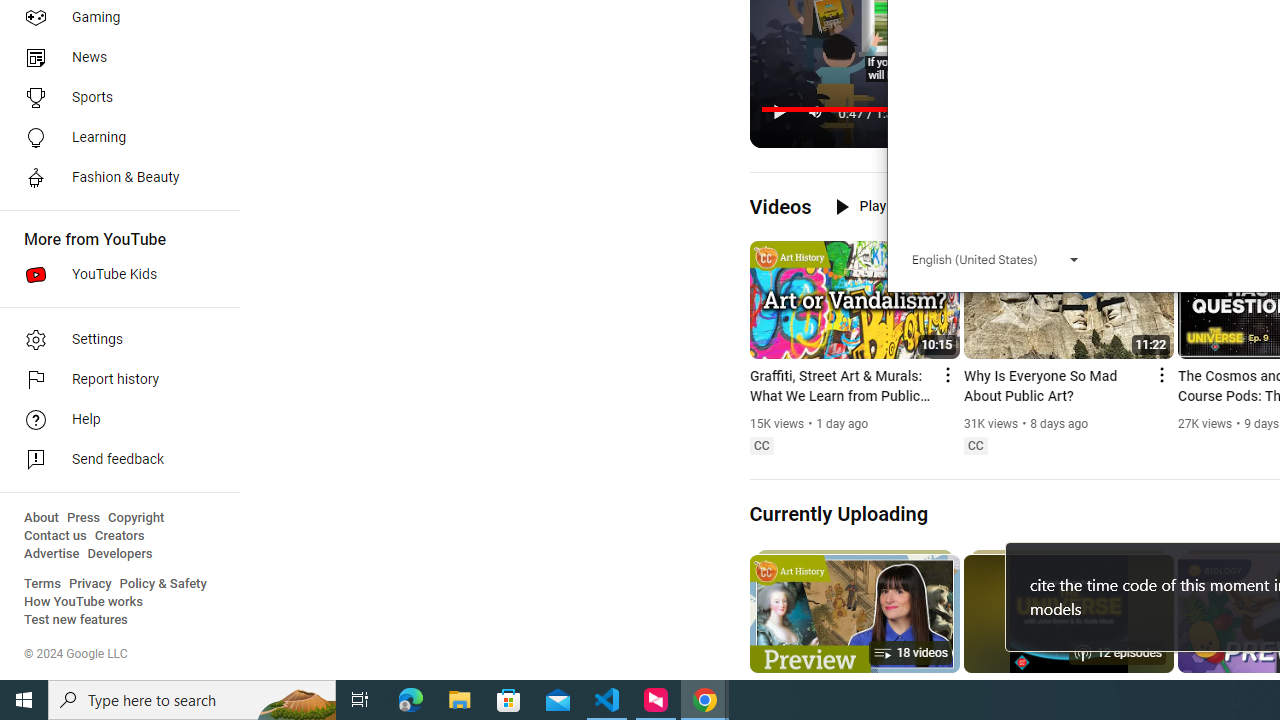 This screenshot has height=720, width=1280. Describe the element at coordinates (839, 512) in the screenshot. I see `'Currently Uploading'` at that location.